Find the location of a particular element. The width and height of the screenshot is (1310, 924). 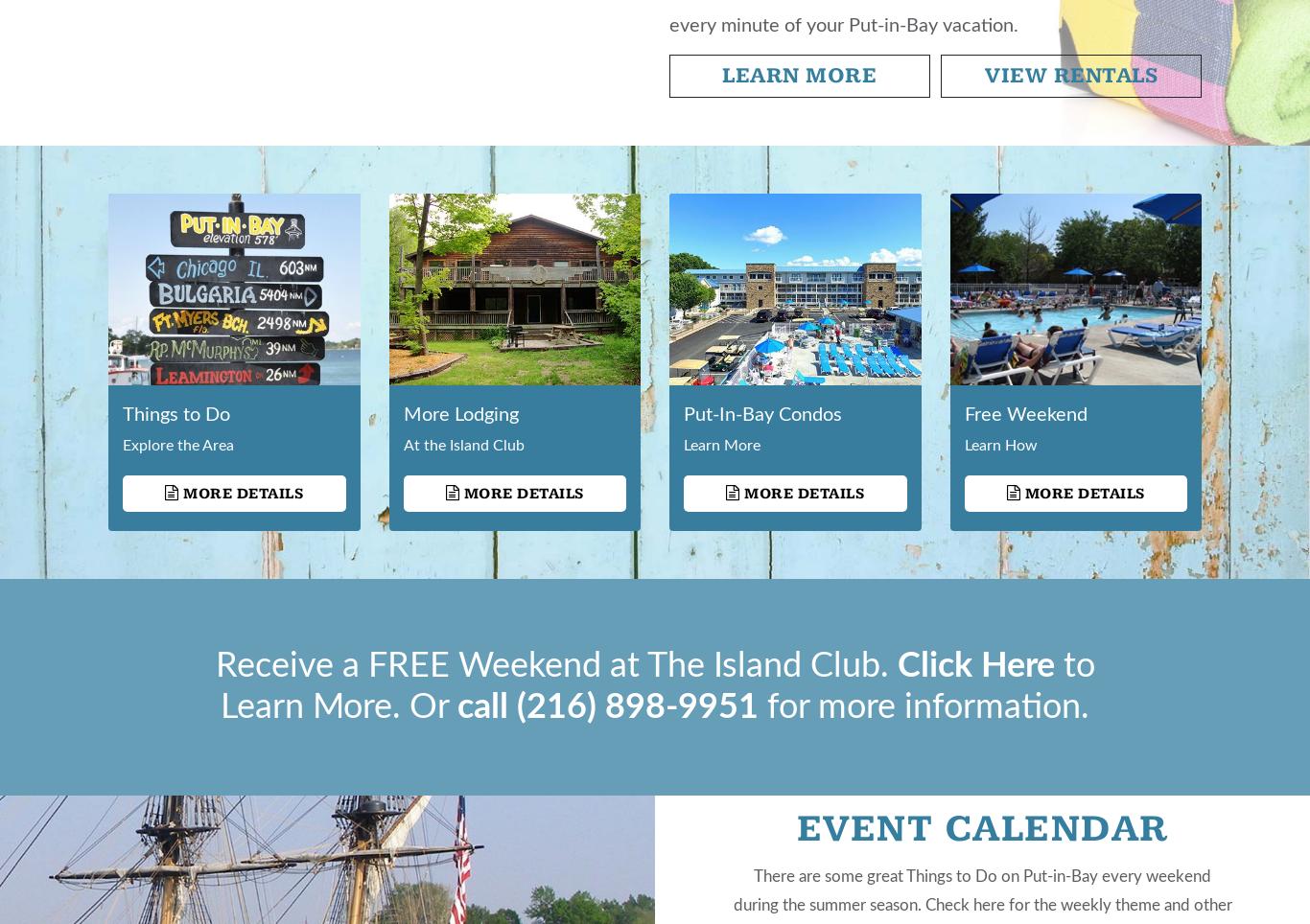

'call' is located at coordinates (487, 706).